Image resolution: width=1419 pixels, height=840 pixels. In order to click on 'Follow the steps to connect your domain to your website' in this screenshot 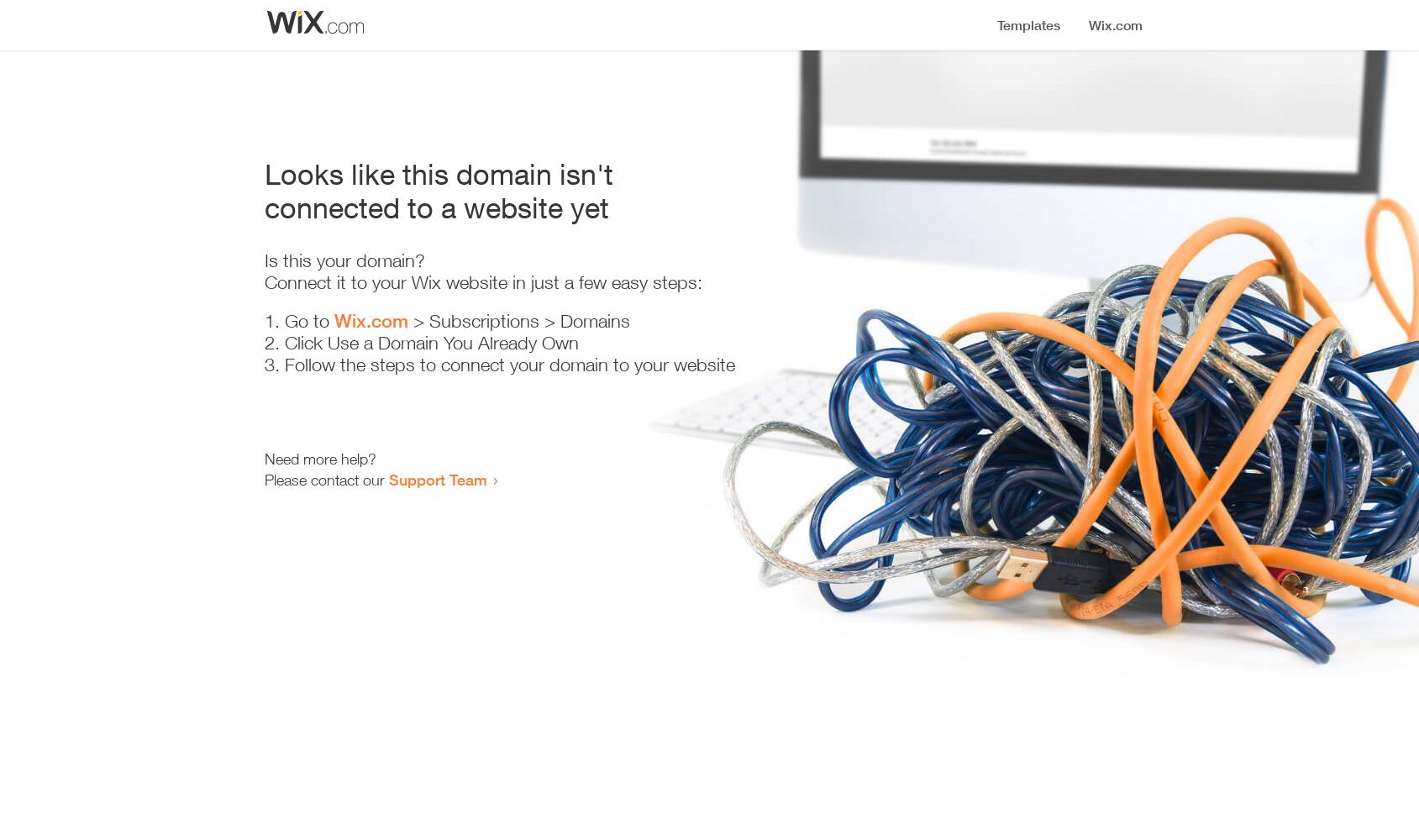, I will do `click(508, 365)`.